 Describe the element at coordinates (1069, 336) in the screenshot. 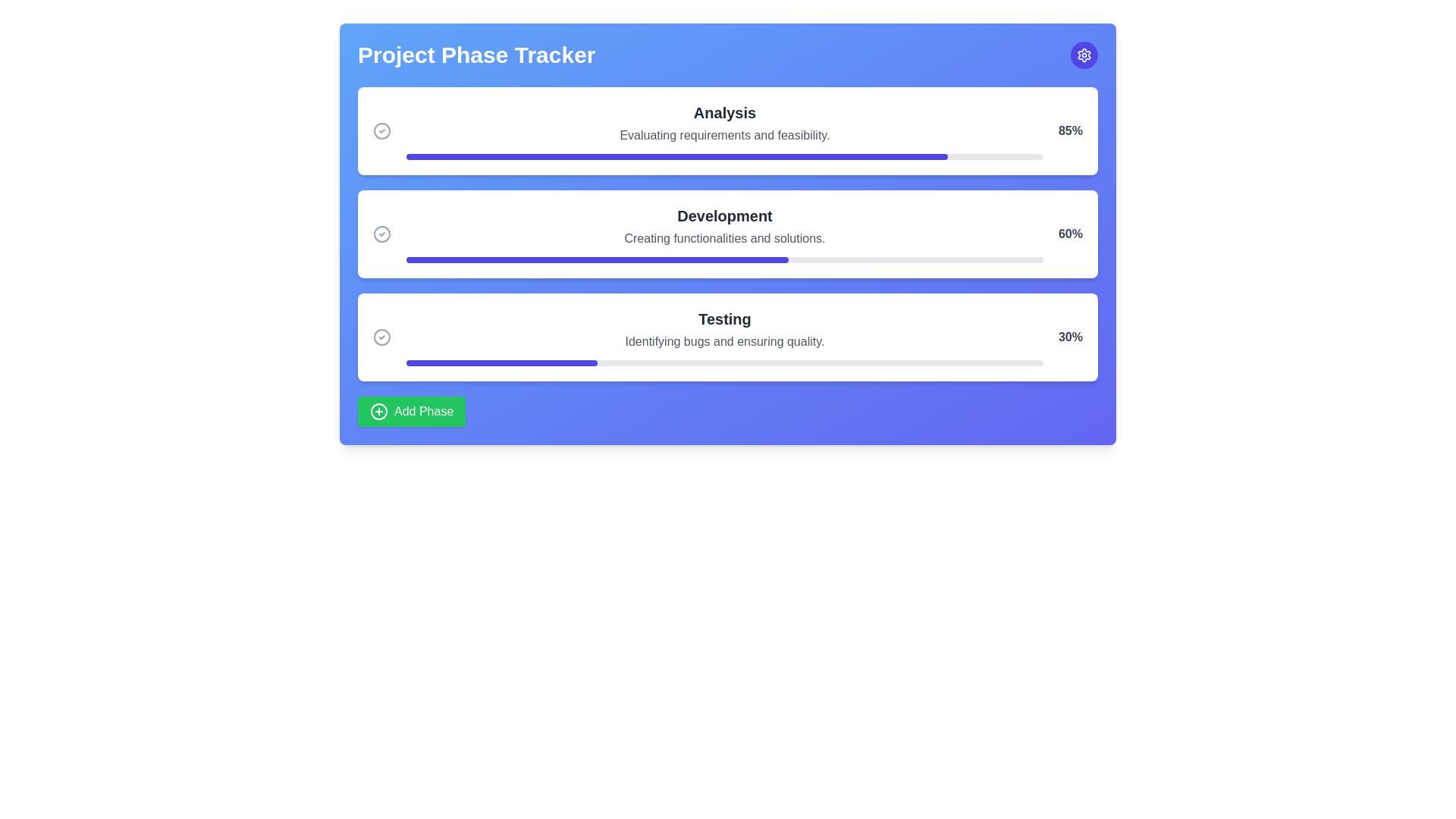

I see `the displayed percentage value '30%' in bold gray text located in the 'Testing' section of the tracker interface` at that location.